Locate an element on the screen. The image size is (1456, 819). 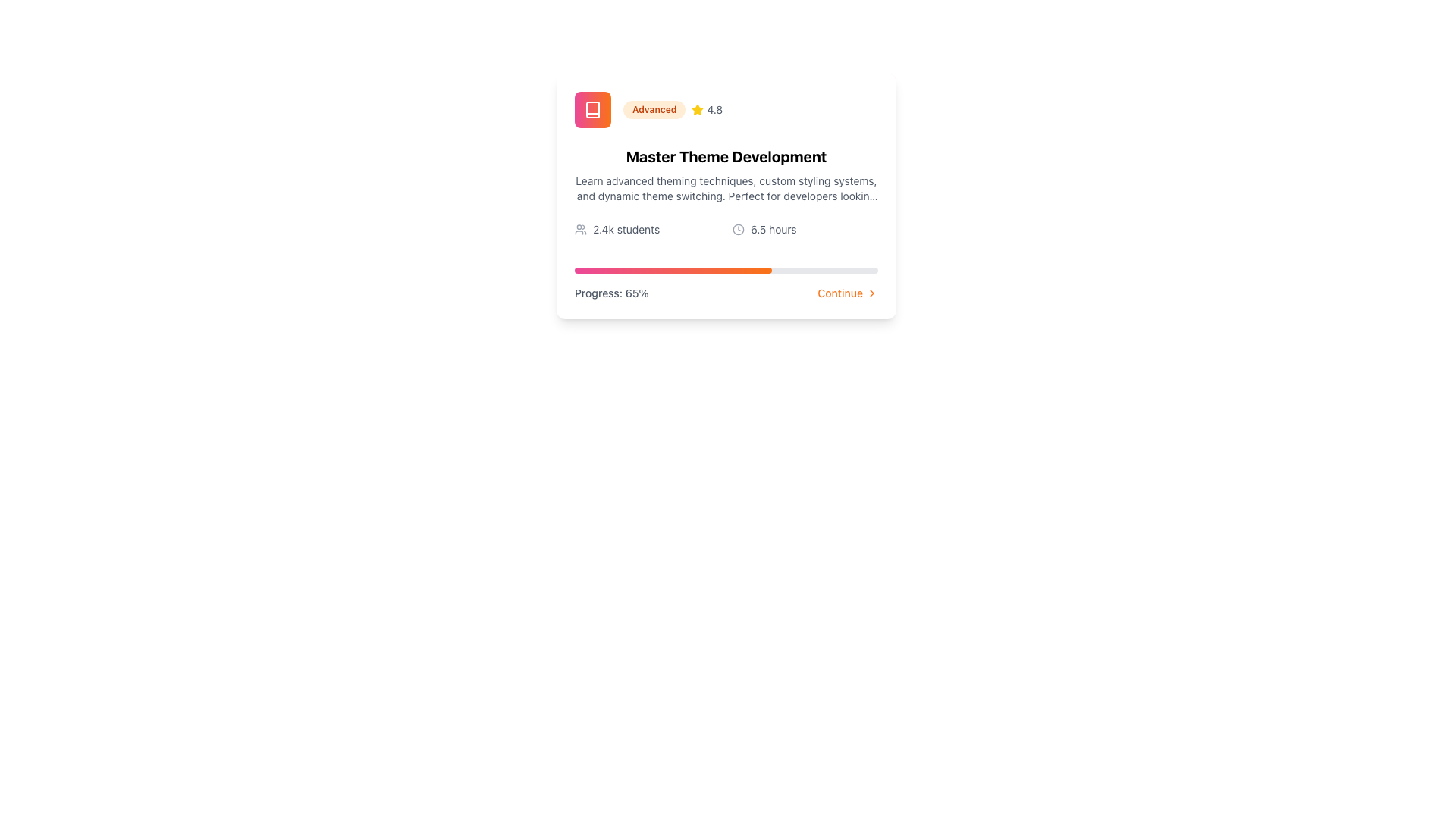
the navigational button located at the bottom-right of the card layout to proceed to the next section or page related to the course is located at coordinates (847, 293).